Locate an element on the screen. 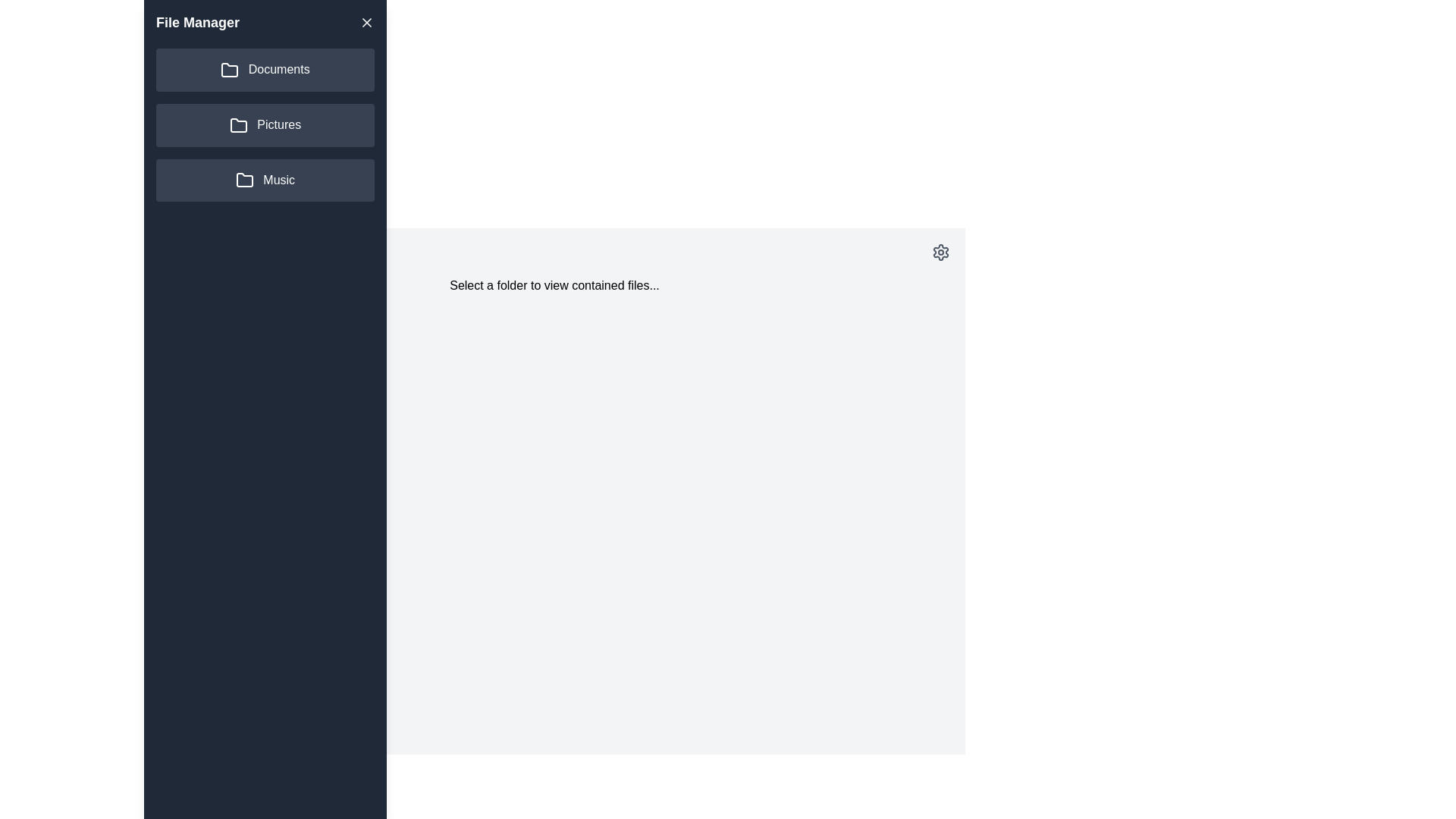 This screenshot has width=1456, height=819. the folder named Documents is located at coordinates (265, 70).